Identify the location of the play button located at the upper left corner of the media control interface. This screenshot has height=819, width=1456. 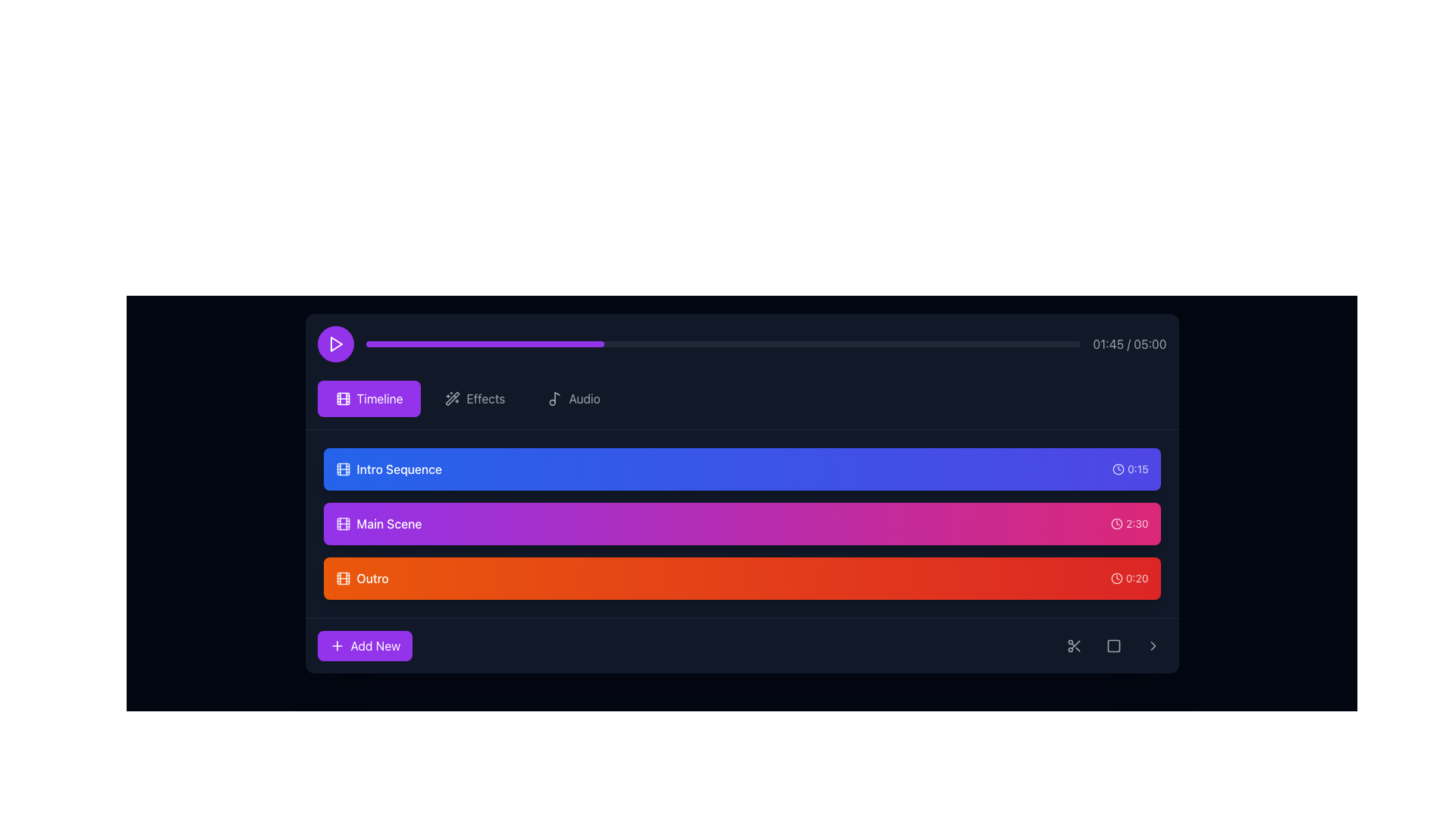
(334, 344).